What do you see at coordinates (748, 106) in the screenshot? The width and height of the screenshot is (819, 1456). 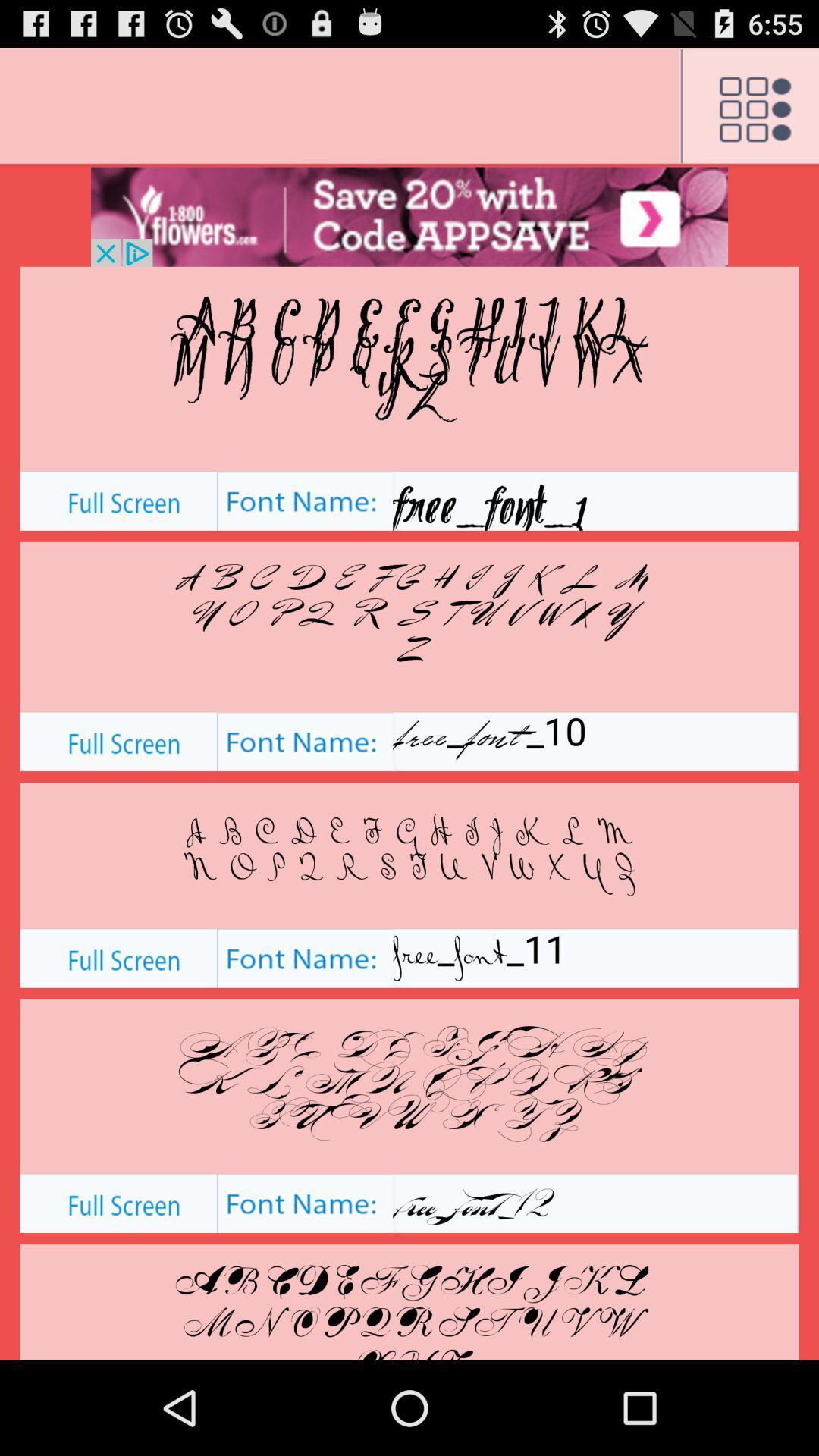 I see `menu` at bounding box center [748, 106].